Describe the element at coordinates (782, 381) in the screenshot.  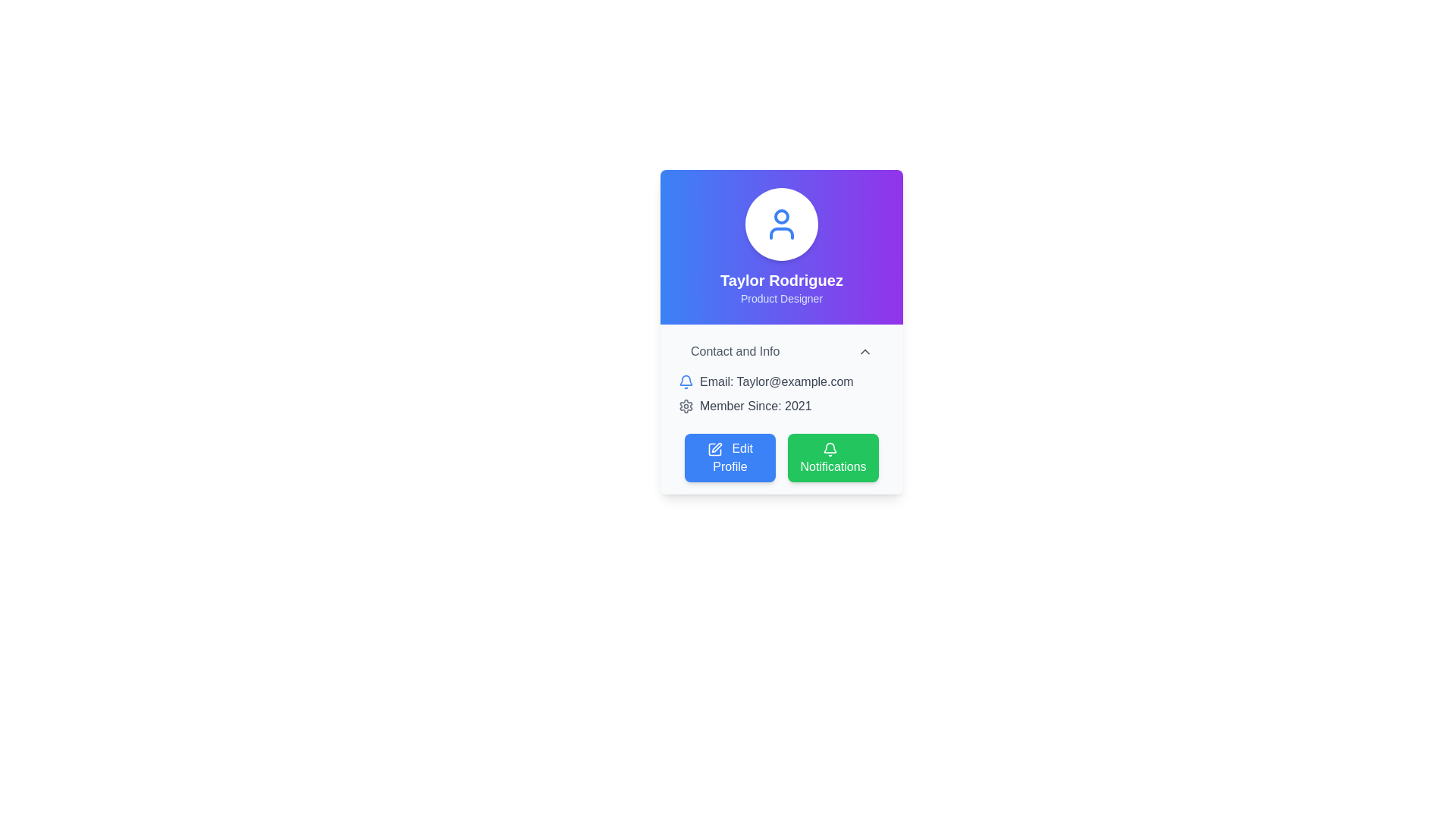
I see `the email address displayed just below the 'Contact and Info' heading to copy it` at that location.